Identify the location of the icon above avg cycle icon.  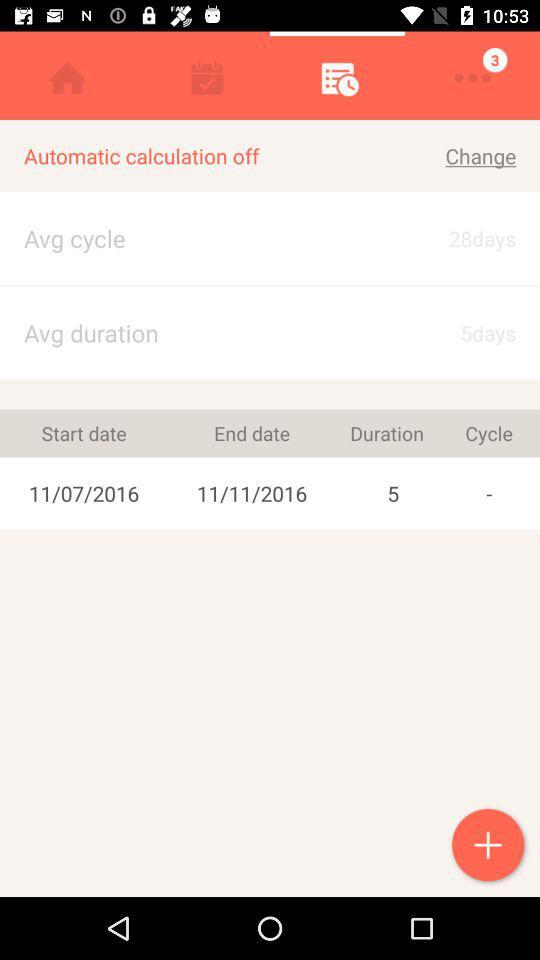
(203, 155).